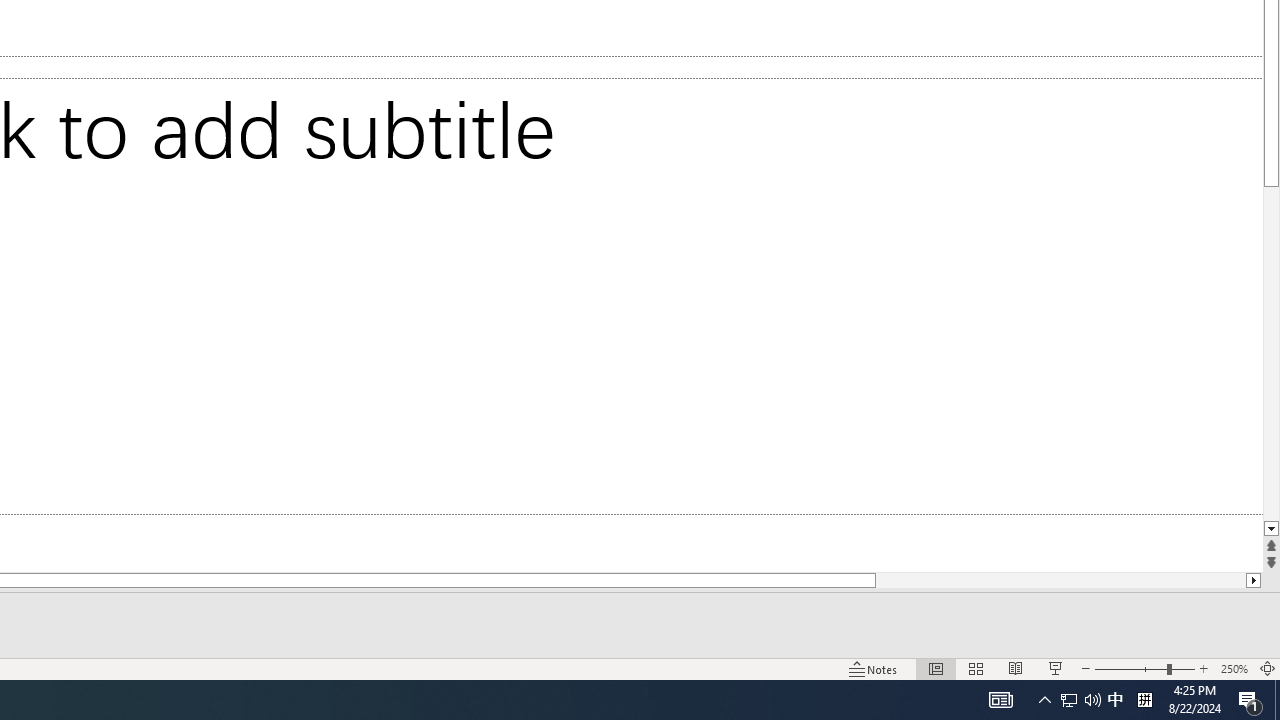 The height and width of the screenshot is (720, 1280). I want to click on 'Zoom 250%', so click(1233, 669).